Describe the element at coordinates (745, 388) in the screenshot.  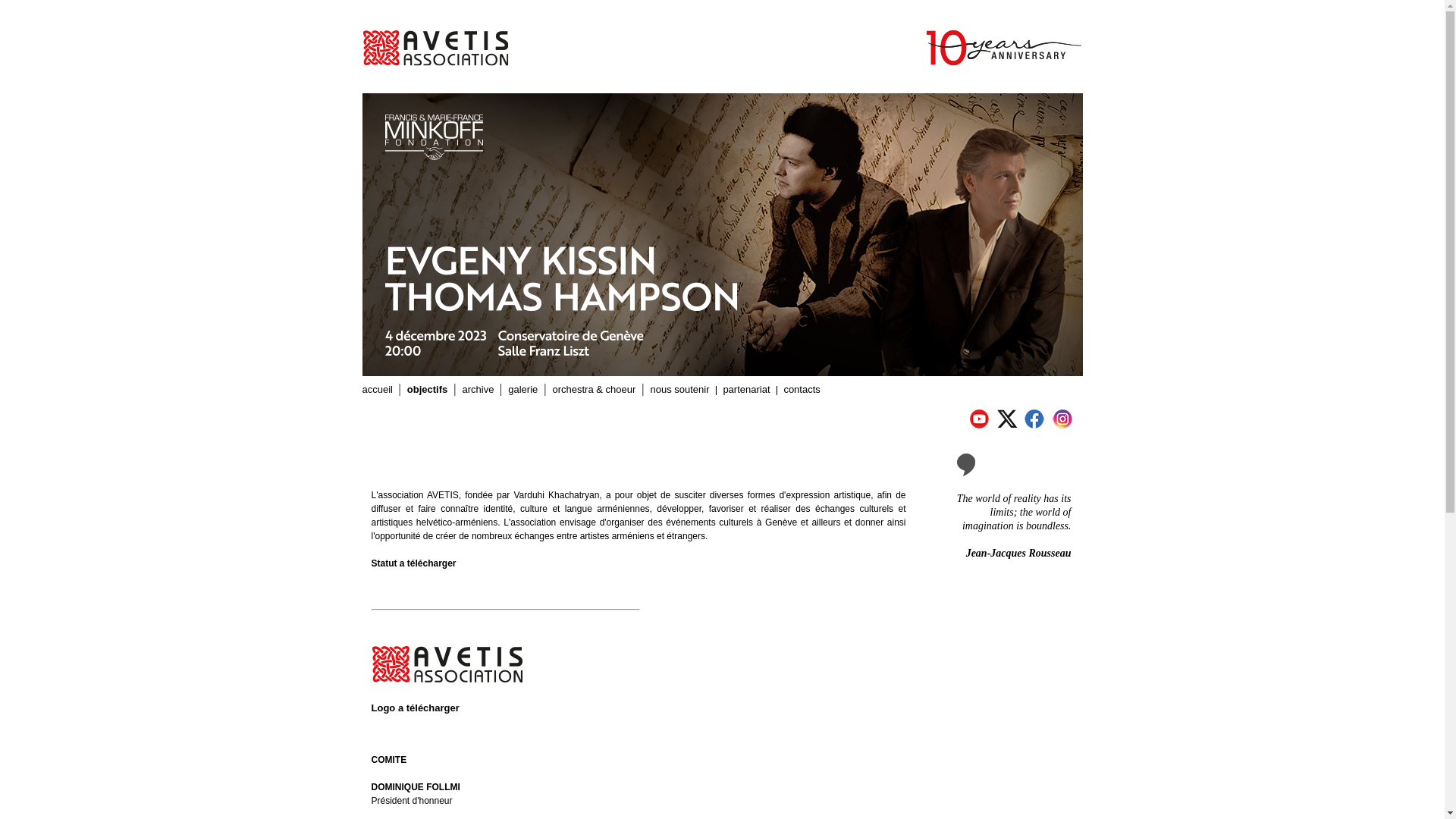
I see `'partenariat'` at that location.